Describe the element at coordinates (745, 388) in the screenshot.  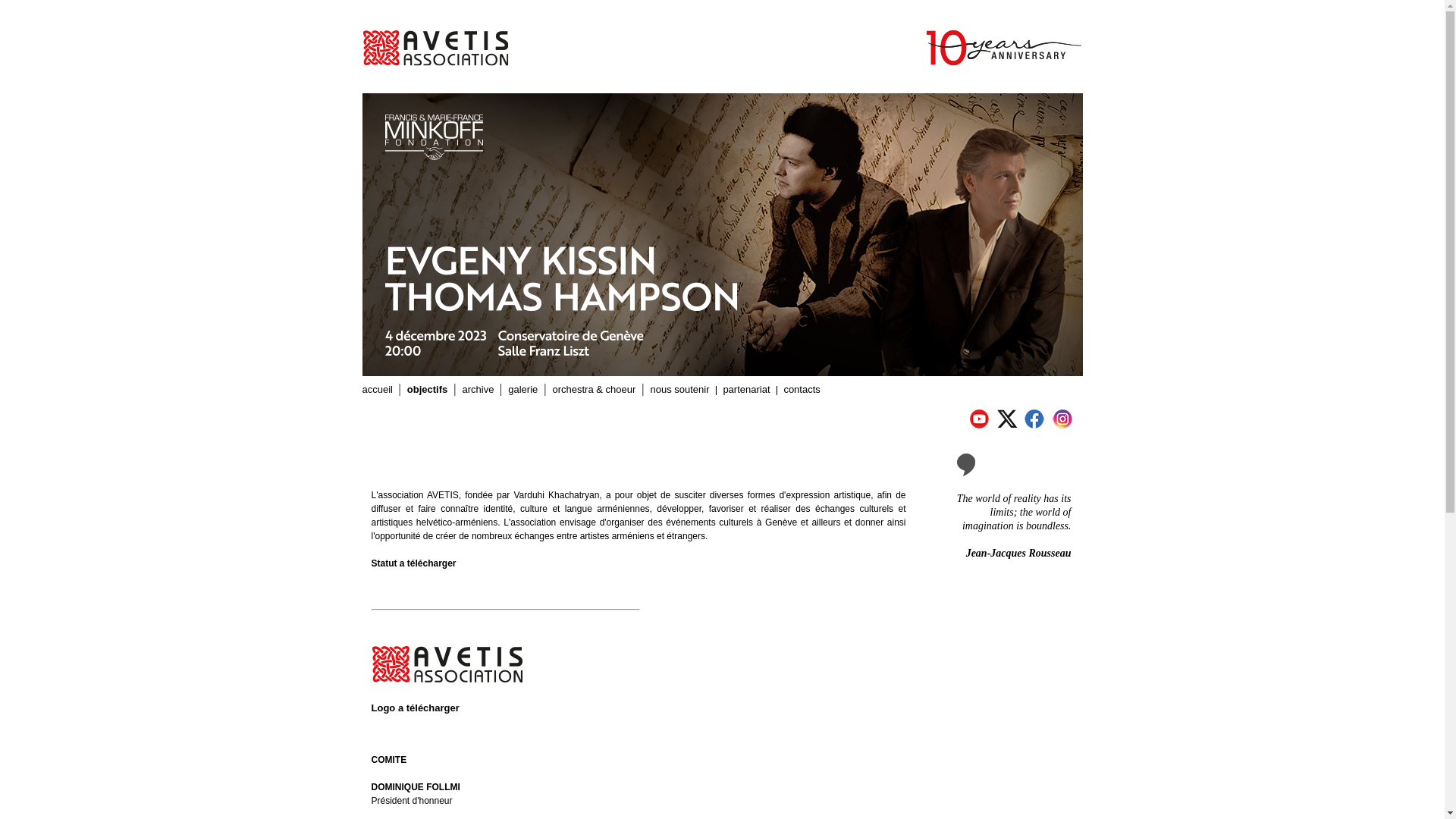
I see `'partenariat'` at that location.